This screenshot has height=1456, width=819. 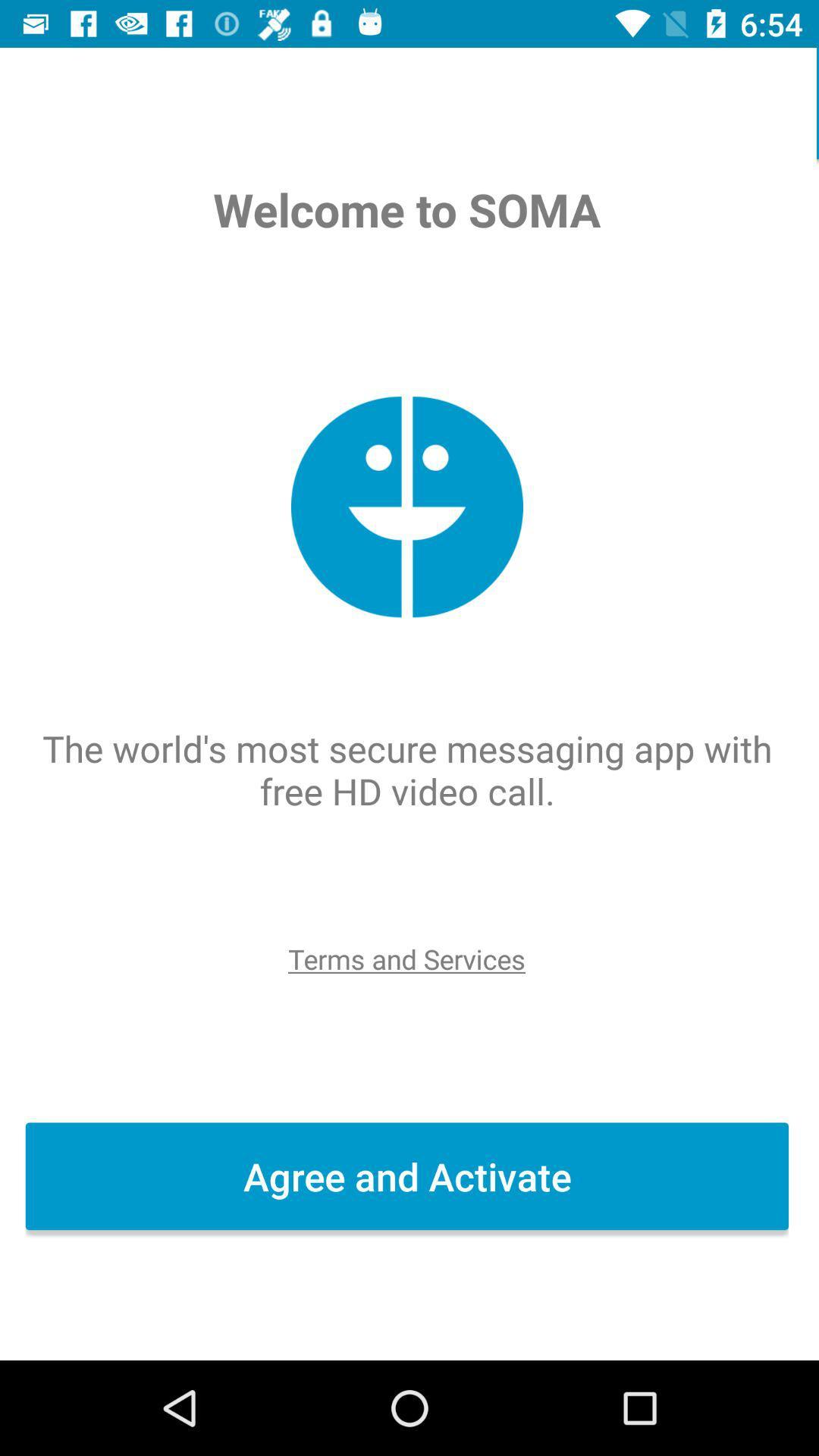 I want to click on terms and services, so click(x=408, y=958).